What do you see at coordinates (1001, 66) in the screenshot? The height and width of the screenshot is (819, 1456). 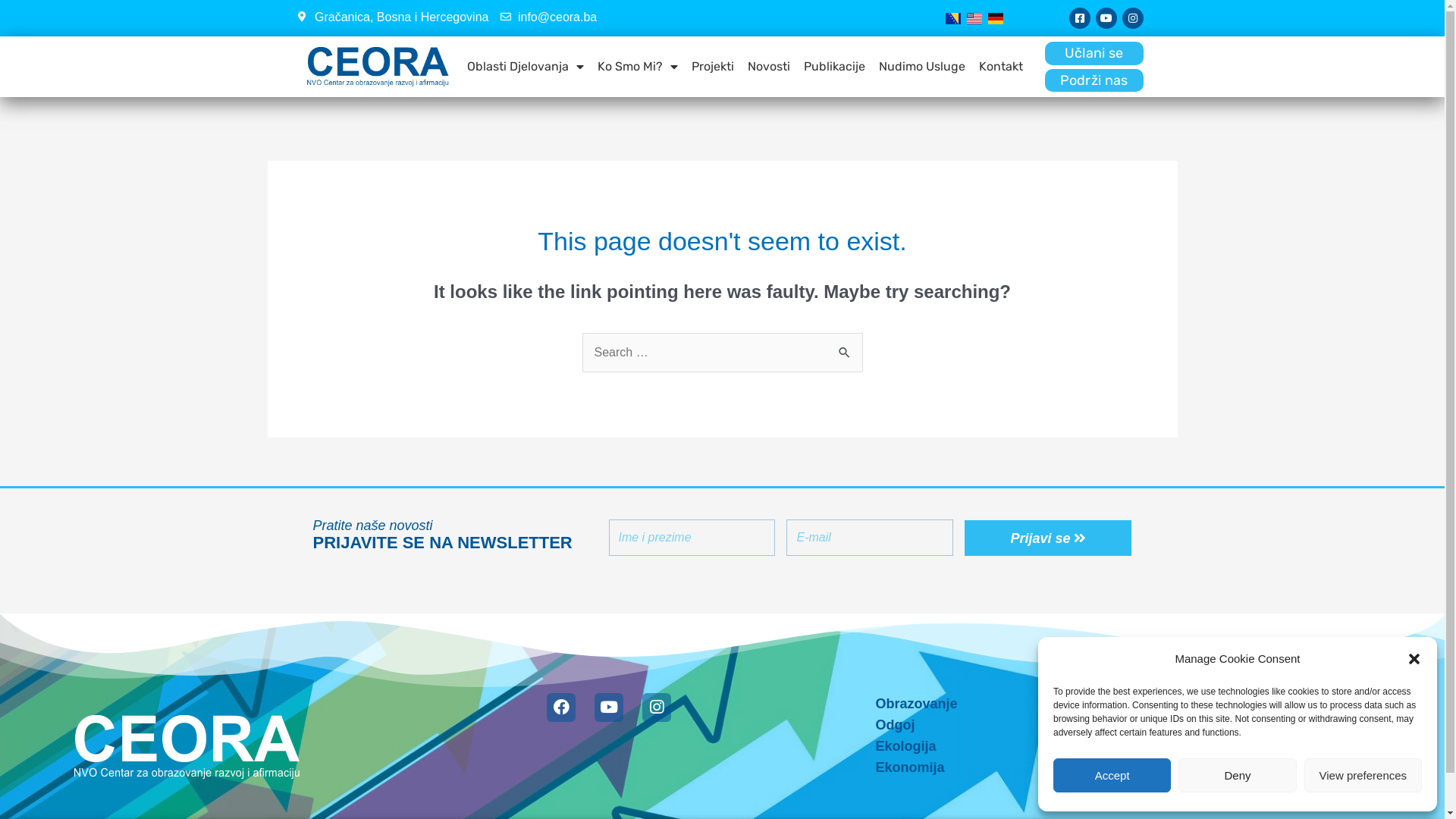 I see `'Kontakt'` at bounding box center [1001, 66].